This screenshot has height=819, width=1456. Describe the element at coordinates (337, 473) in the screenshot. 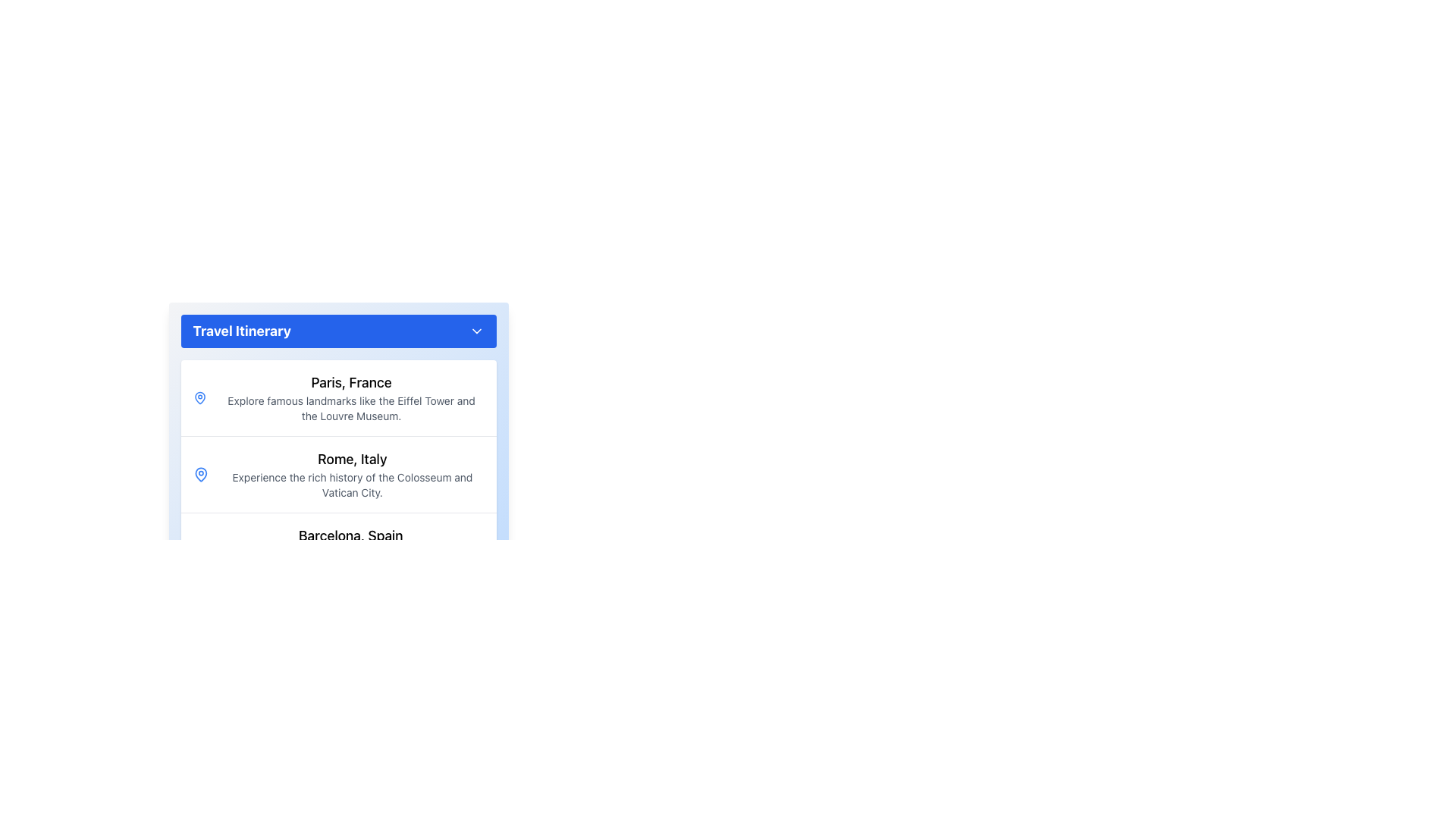

I see `displayed information from the Informational card for Rome, Italy, which includes the name in bold and the description text` at that location.